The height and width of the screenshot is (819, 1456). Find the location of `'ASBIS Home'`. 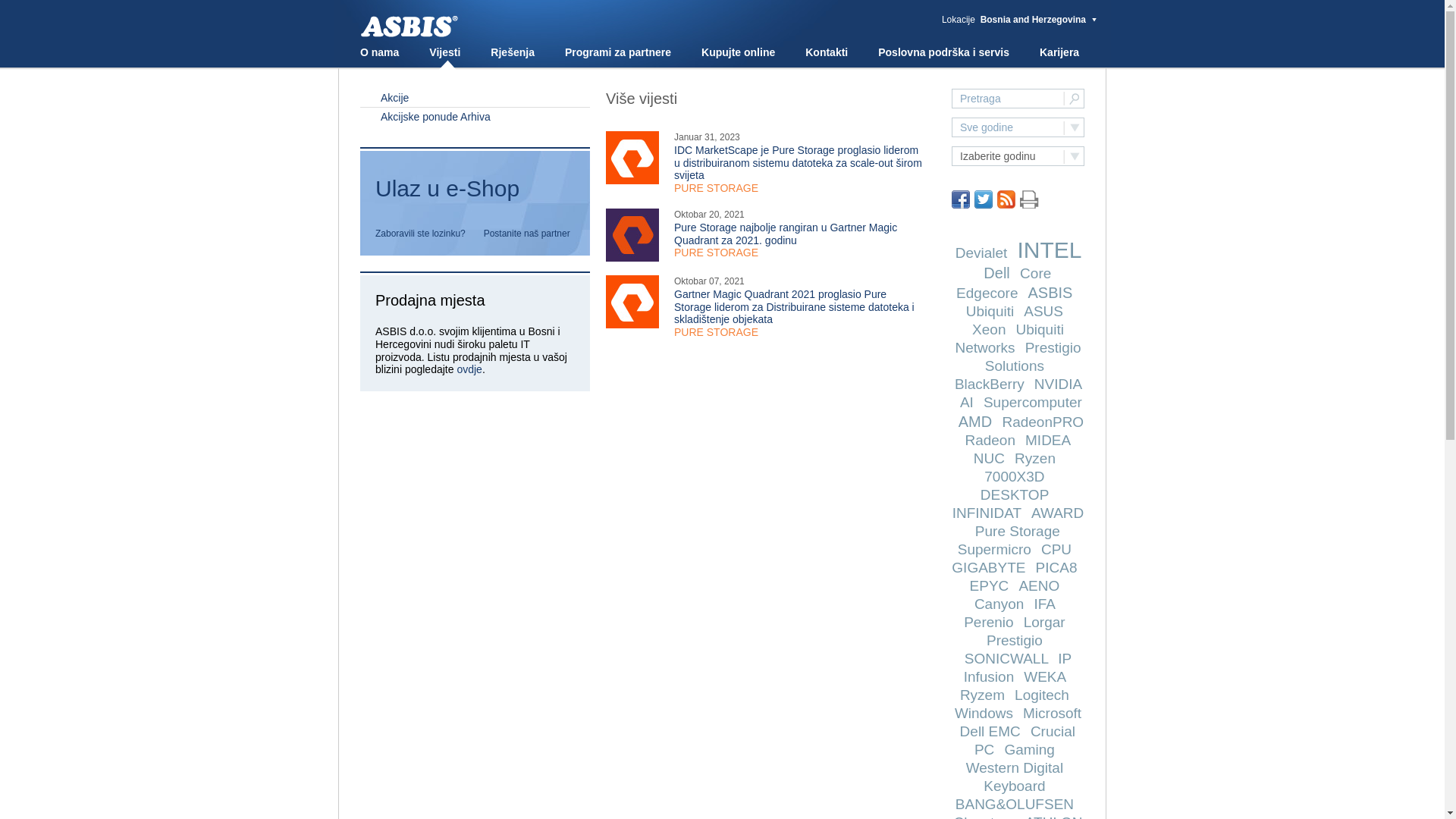

'ASBIS Home' is located at coordinates (359, 27).